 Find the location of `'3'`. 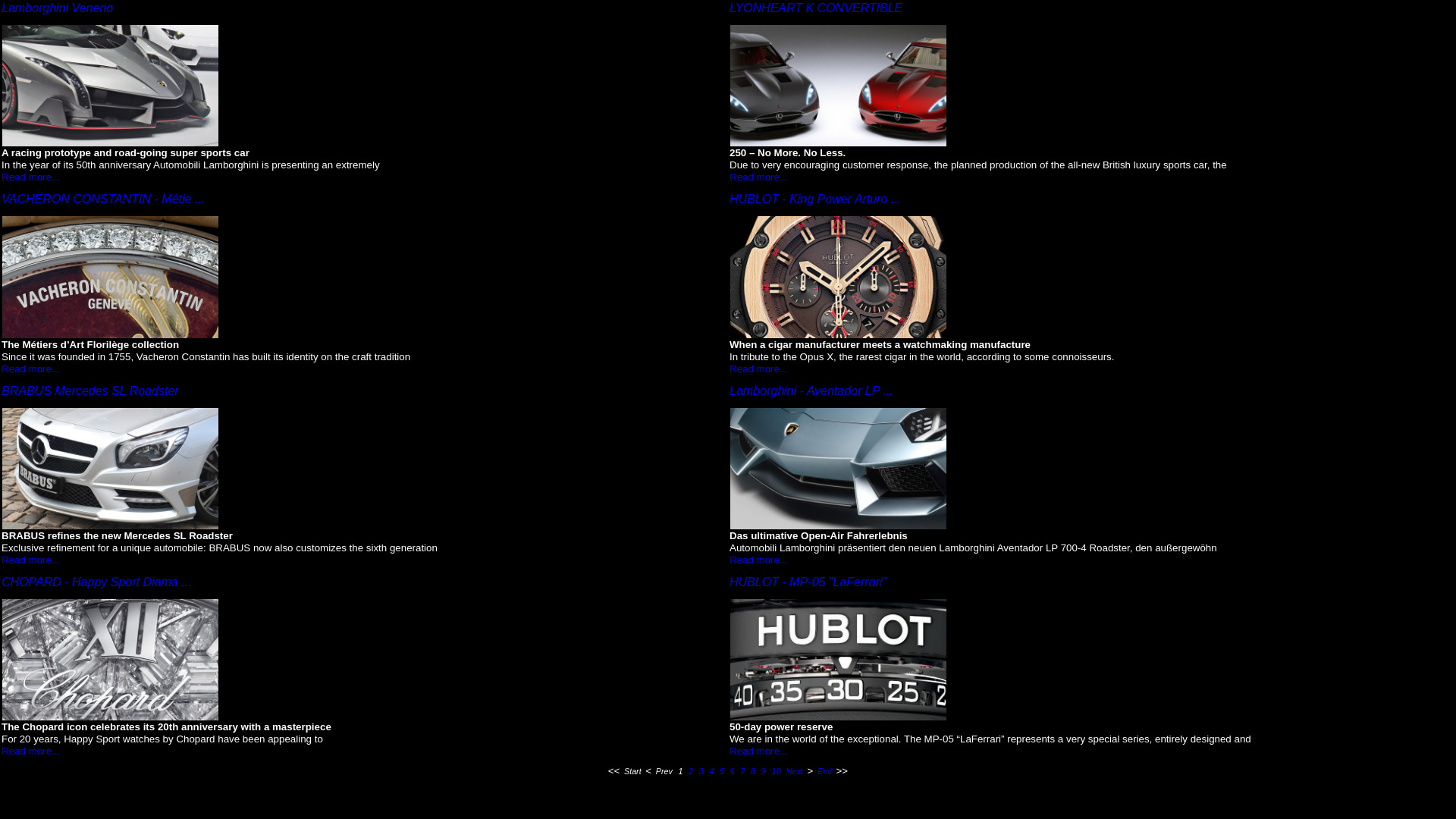

'3' is located at coordinates (697, 771).